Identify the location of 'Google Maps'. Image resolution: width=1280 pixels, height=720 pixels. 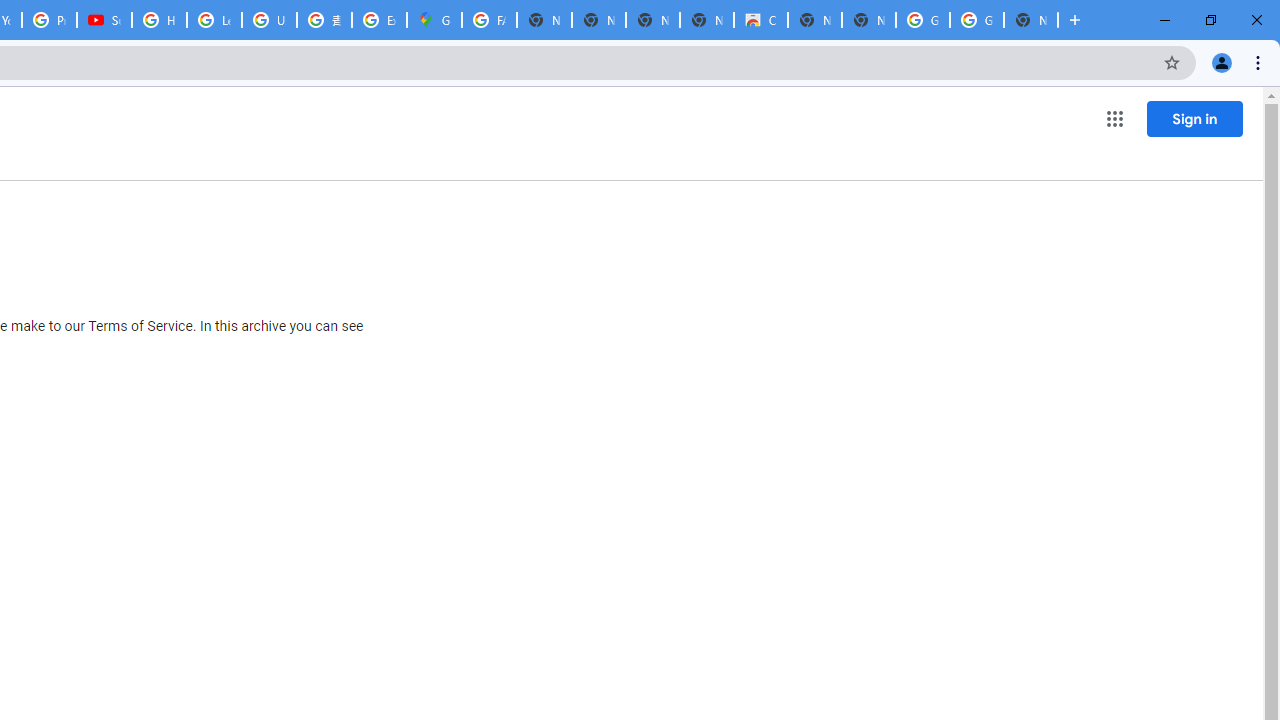
(433, 20).